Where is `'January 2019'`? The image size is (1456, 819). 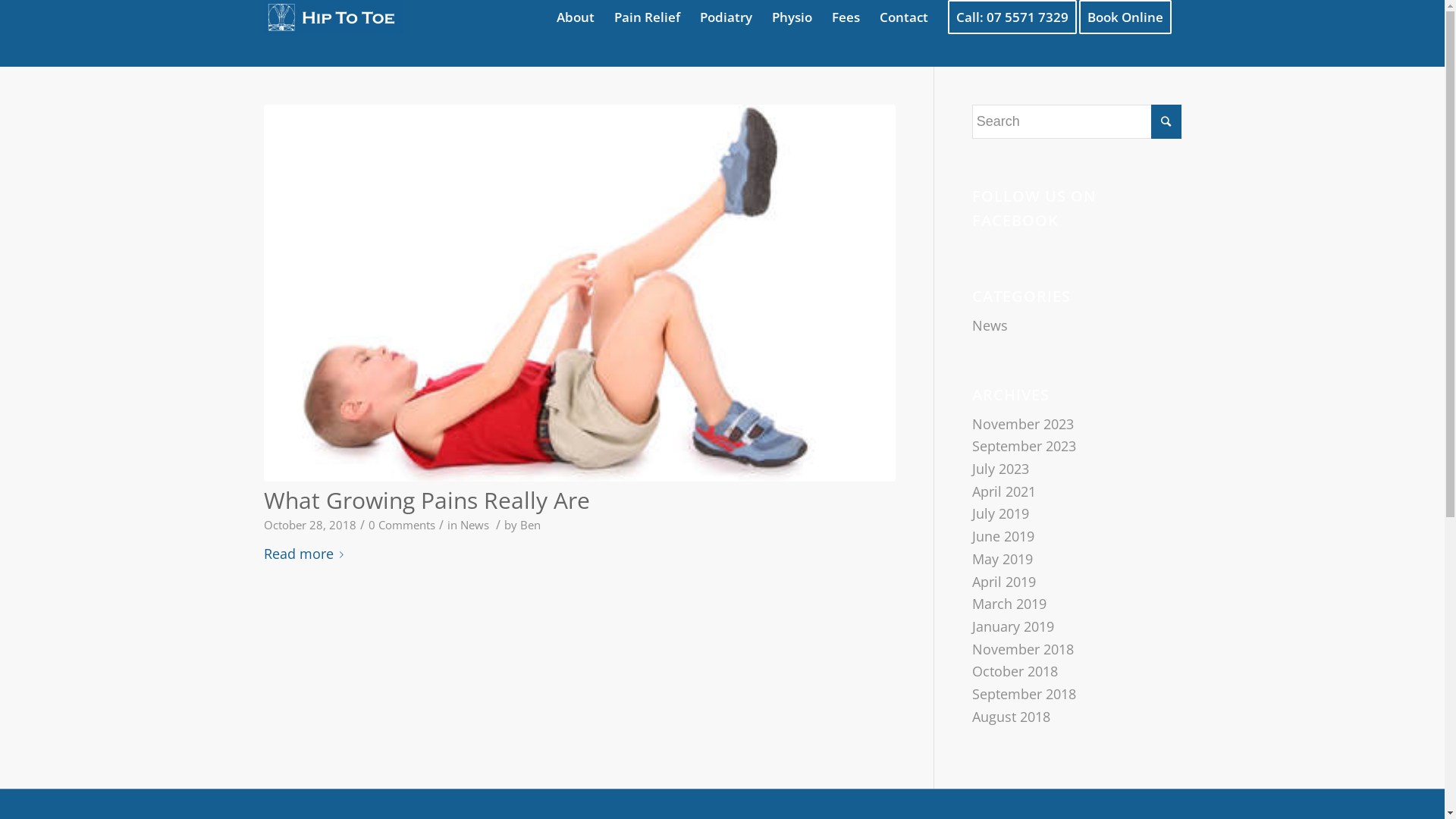
'January 2019' is located at coordinates (971, 626).